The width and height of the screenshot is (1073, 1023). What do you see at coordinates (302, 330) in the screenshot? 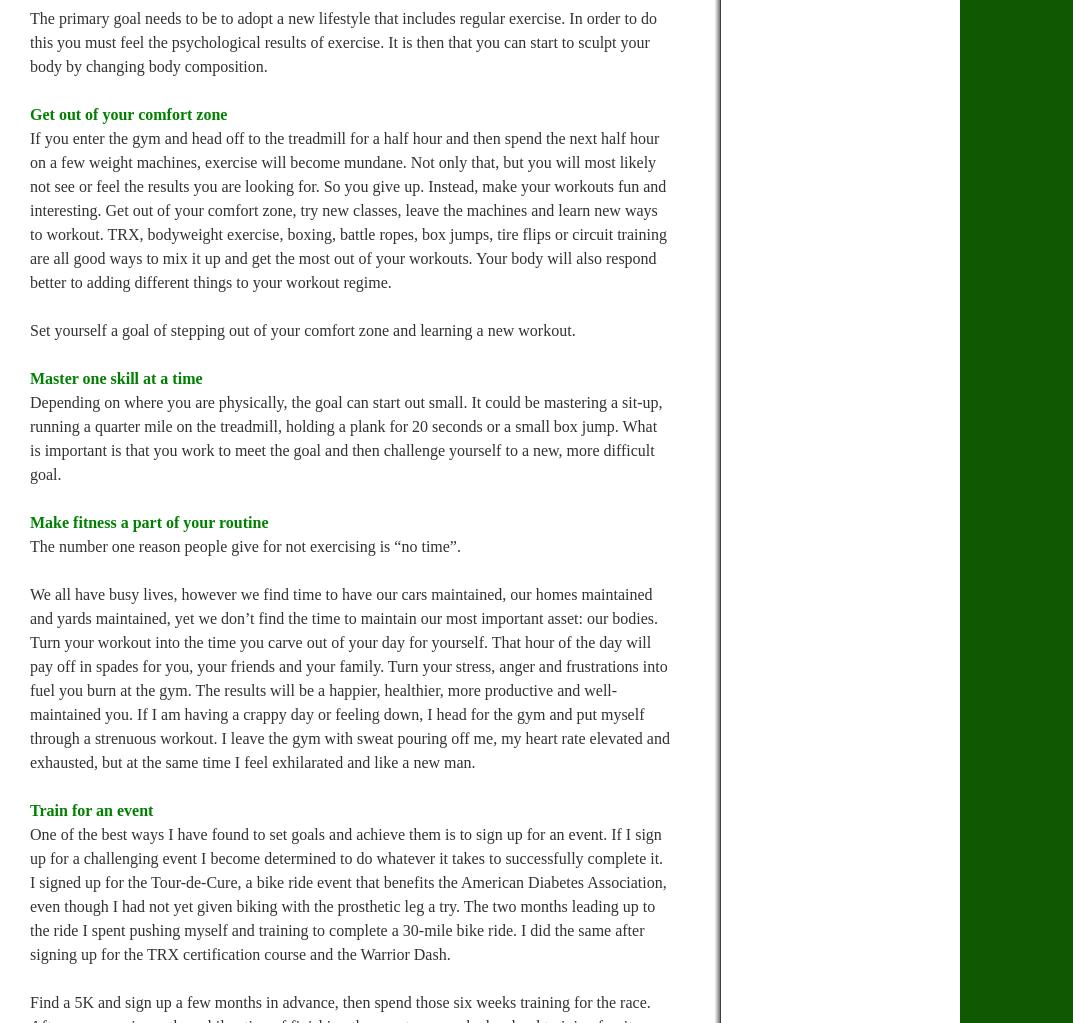
I see `'Set yourself a goal of stepping out of your comfort zone and learning a new workout.'` at bounding box center [302, 330].